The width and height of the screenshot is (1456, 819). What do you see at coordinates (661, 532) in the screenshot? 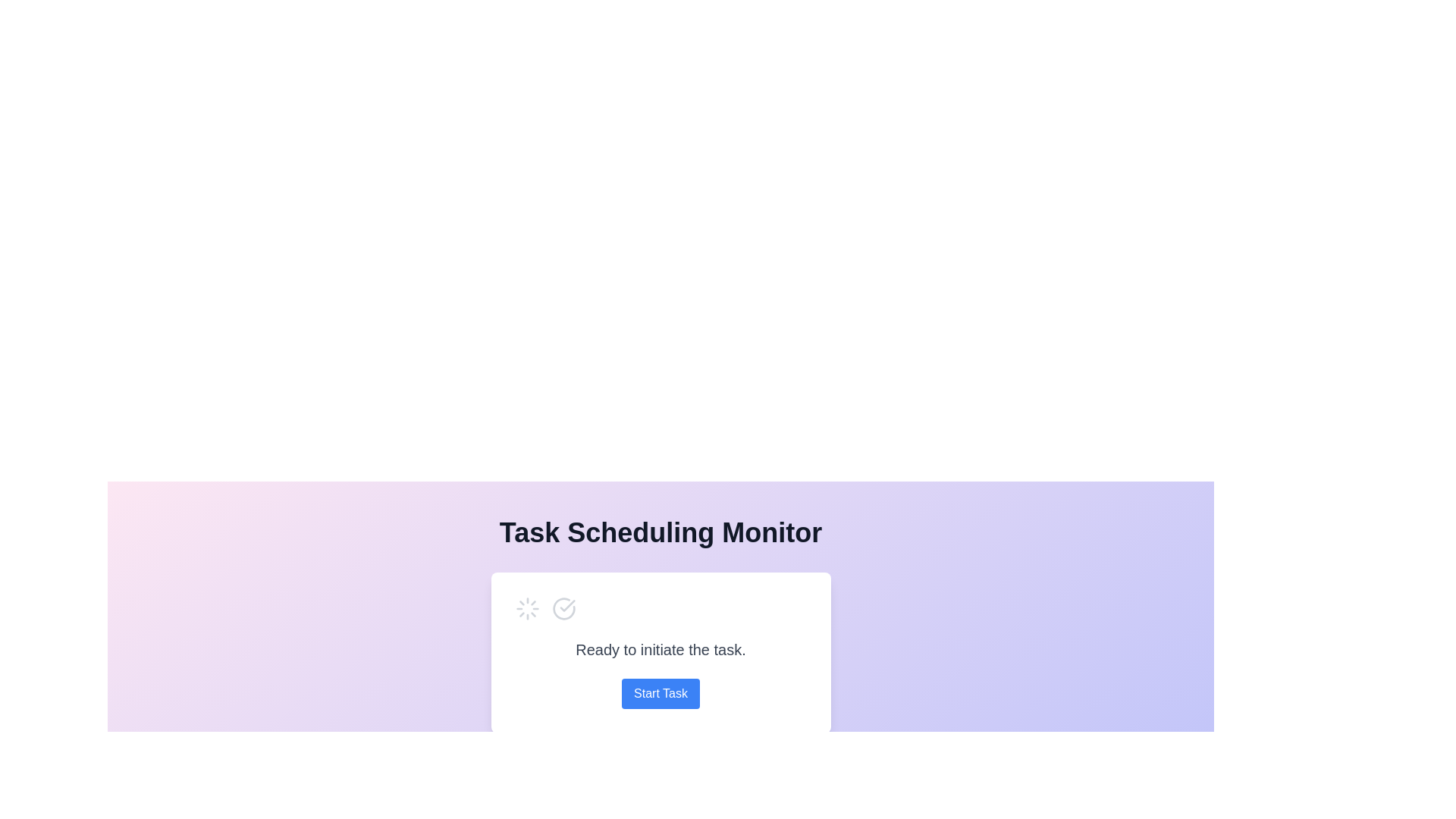
I see `the Text label/header that serves as the title for the task scheduling monitor, located at the top of the content section` at bounding box center [661, 532].